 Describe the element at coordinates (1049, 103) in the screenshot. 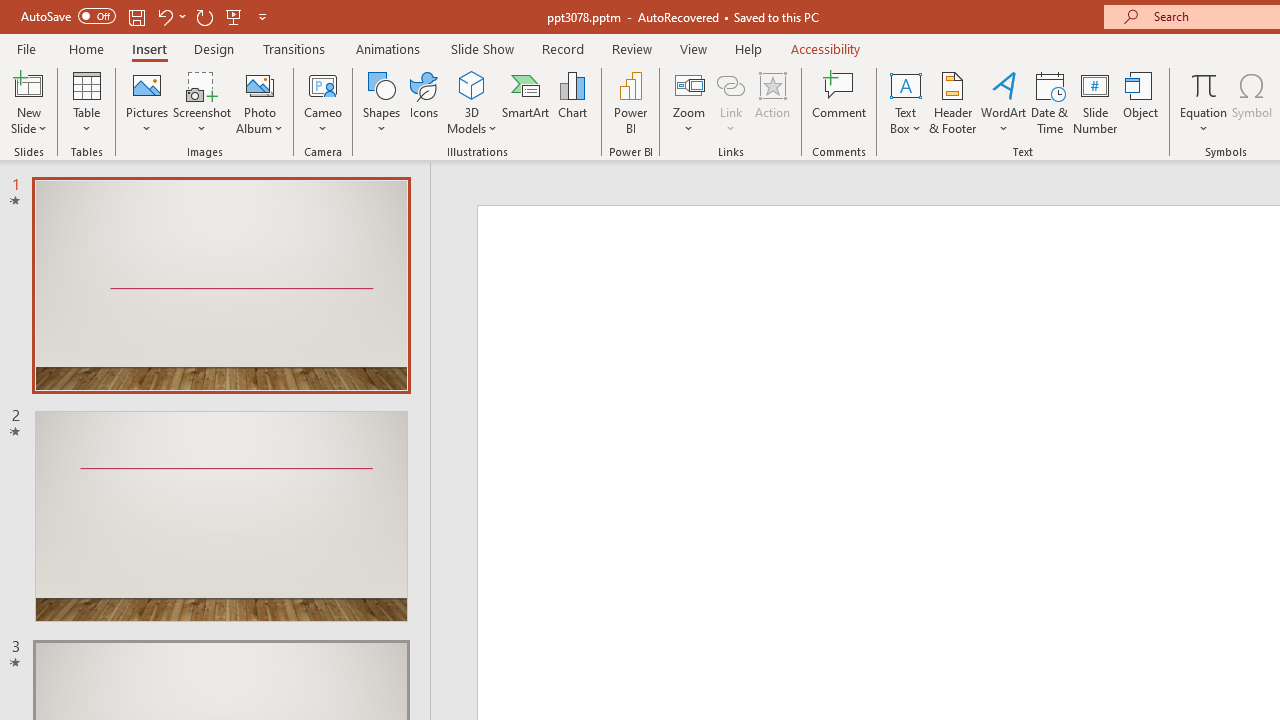

I see `'Date & Time...'` at that location.